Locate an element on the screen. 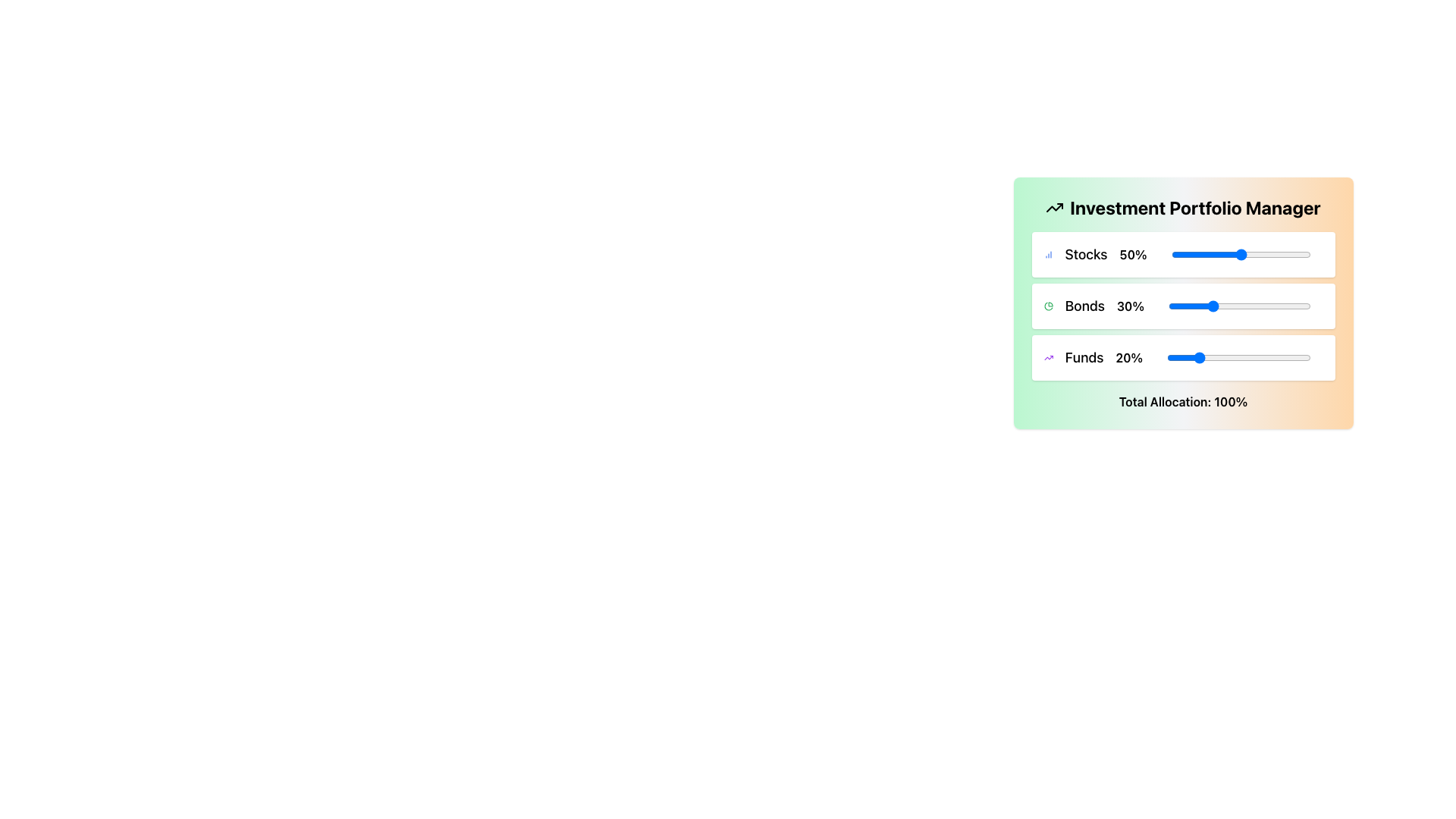 The width and height of the screenshot is (1456, 819). the 'Funds' allocation is located at coordinates (1222, 357).